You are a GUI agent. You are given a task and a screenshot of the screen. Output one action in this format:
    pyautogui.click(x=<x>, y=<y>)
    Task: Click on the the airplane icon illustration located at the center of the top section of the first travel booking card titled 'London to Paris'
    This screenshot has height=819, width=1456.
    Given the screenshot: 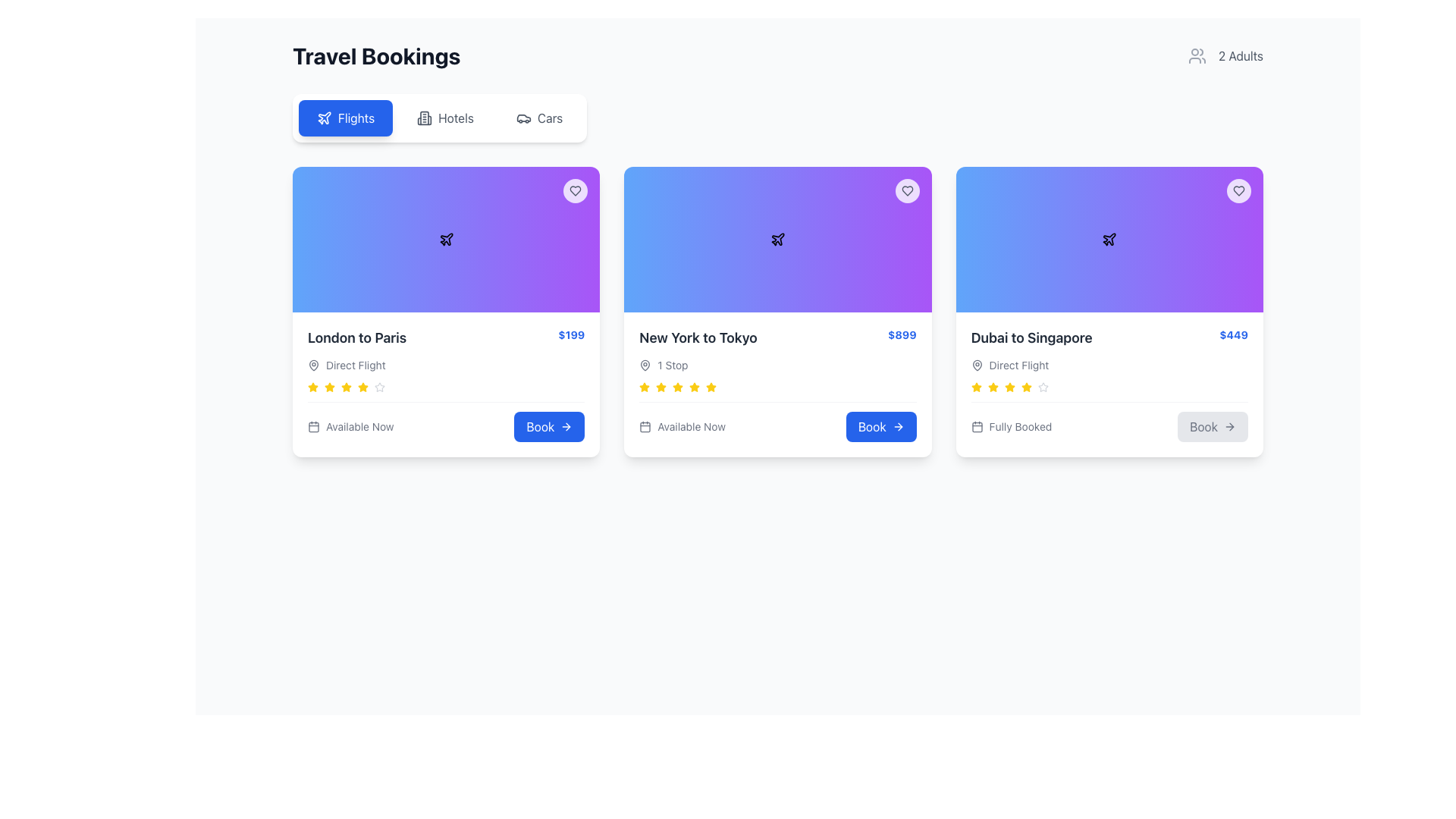 What is the action you would take?
    pyautogui.click(x=445, y=239)
    